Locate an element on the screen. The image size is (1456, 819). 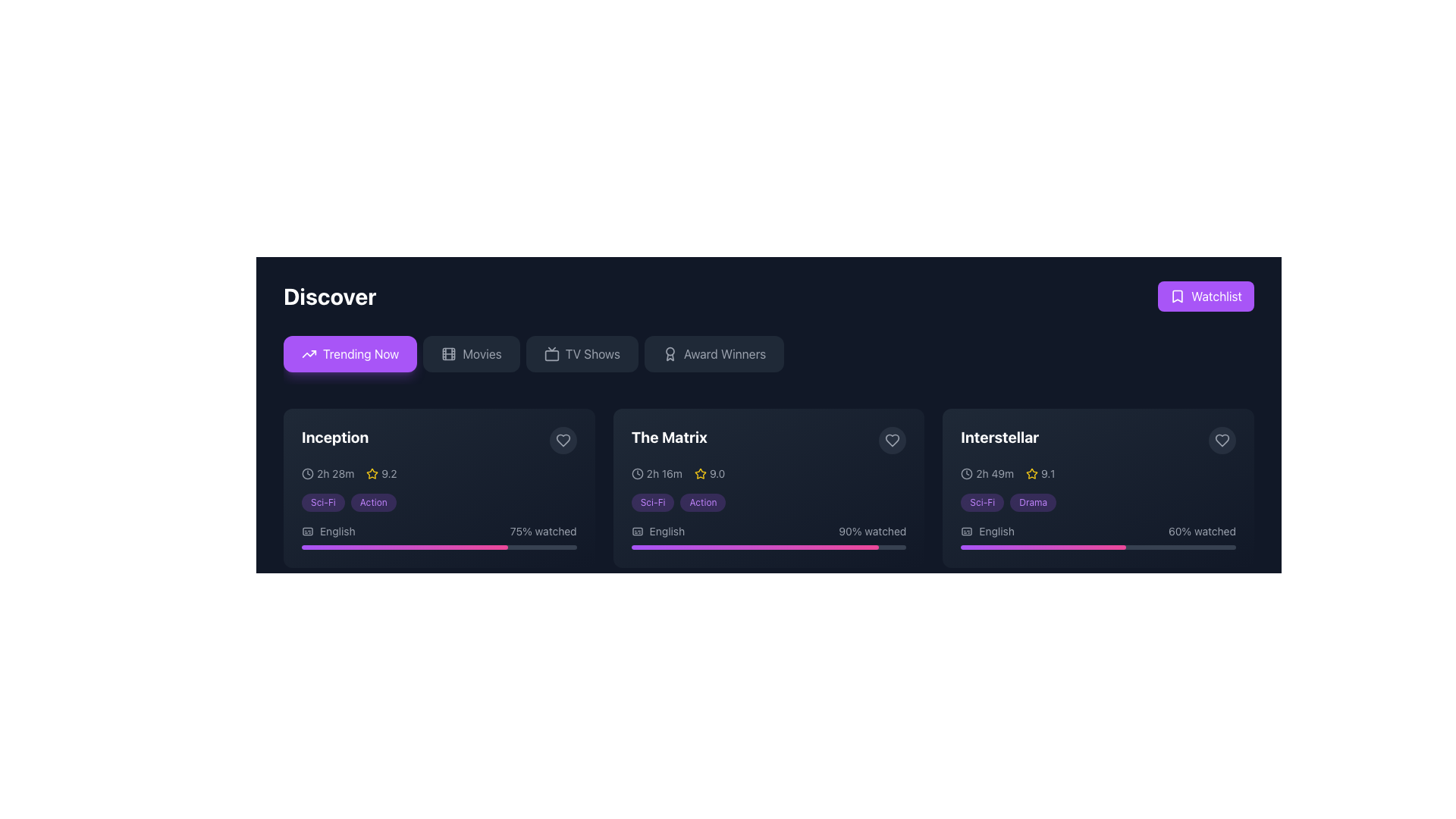
the white bookmark icon embedded in the purple 'Watchlist' button located at the top-right corner of the interface is located at coordinates (1177, 296).